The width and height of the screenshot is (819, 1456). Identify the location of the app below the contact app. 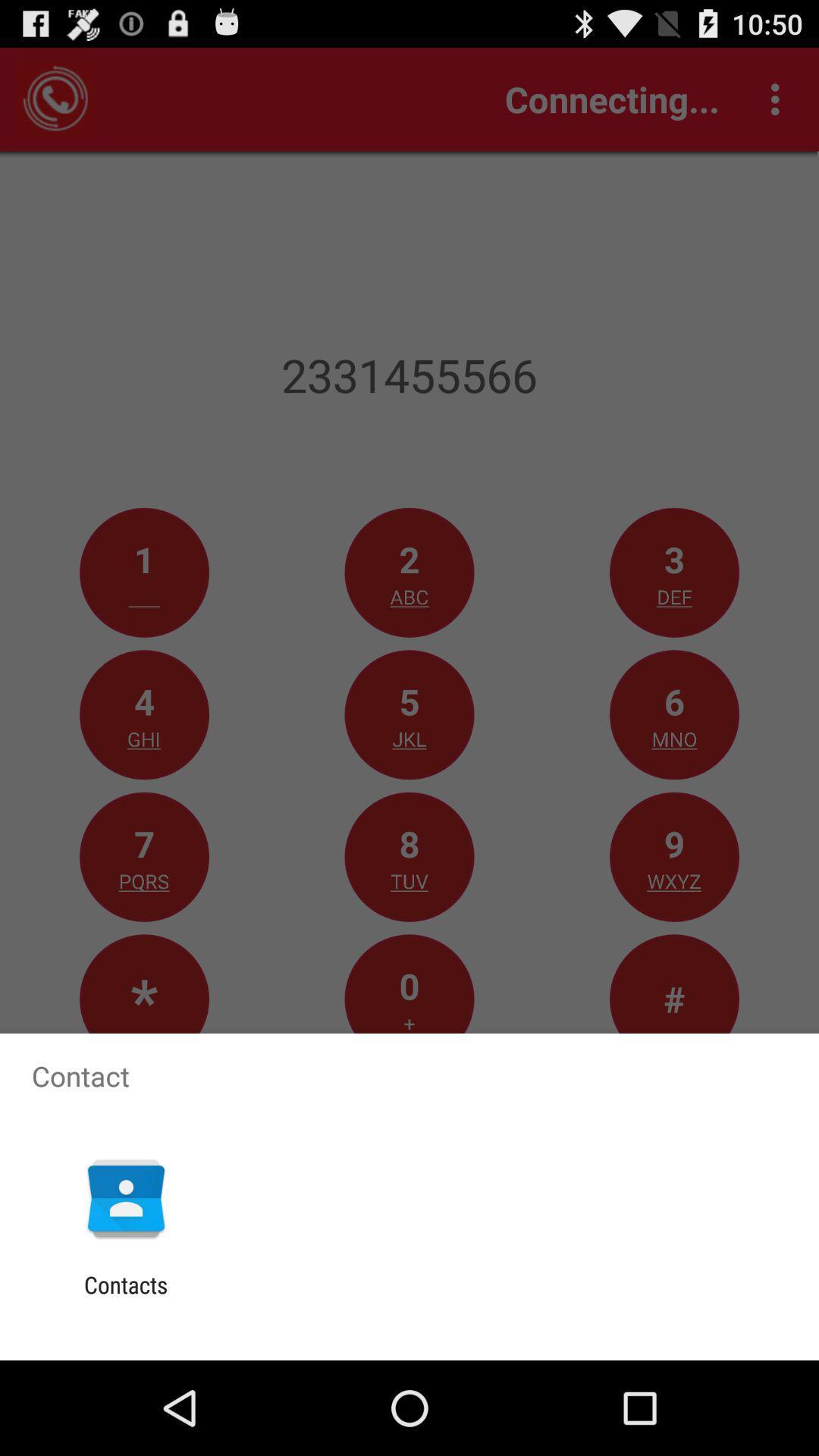
(125, 1197).